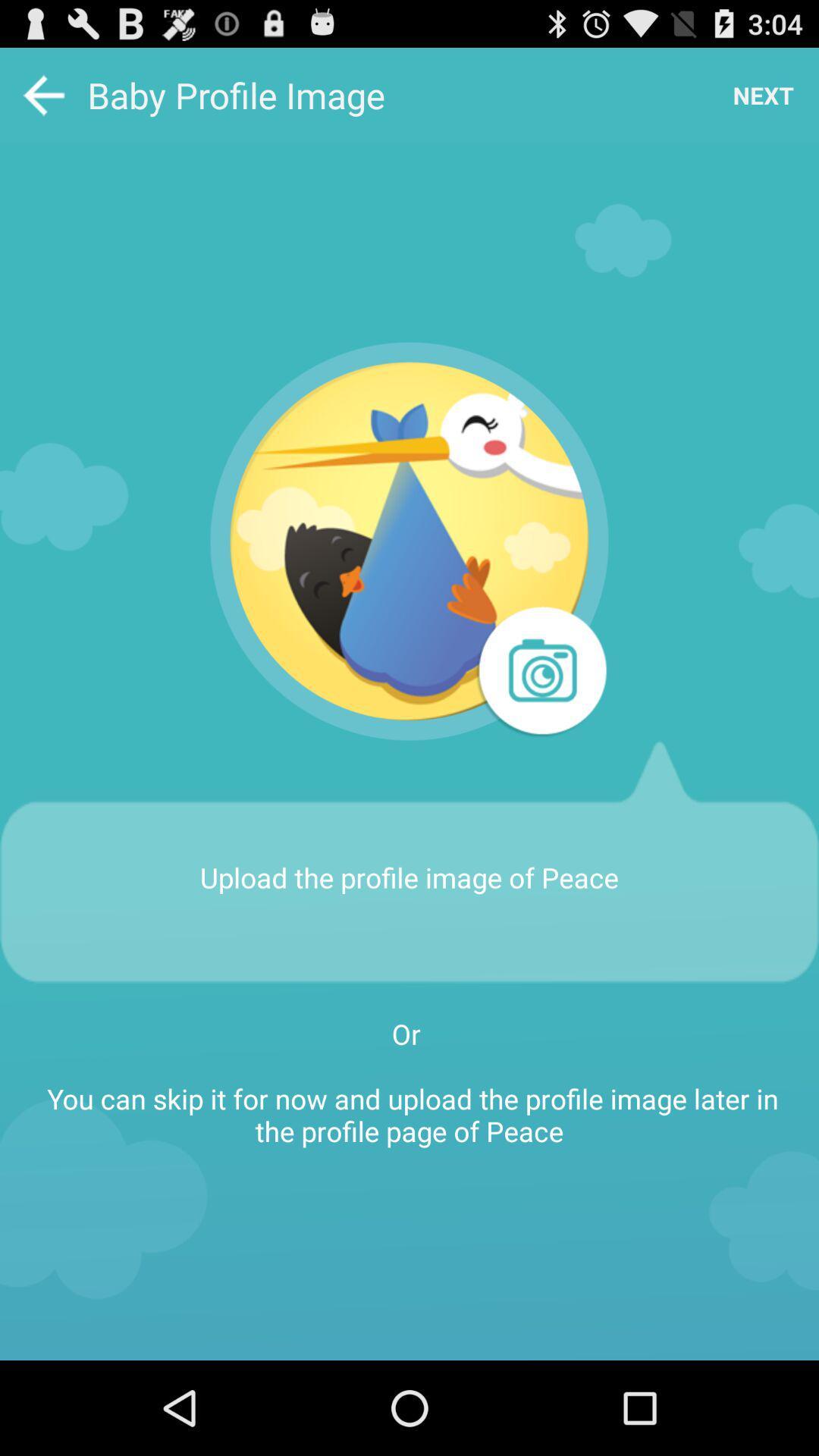  Describe the element at coordinates (540, 672) in the screenshot. I see `photo` at that location.